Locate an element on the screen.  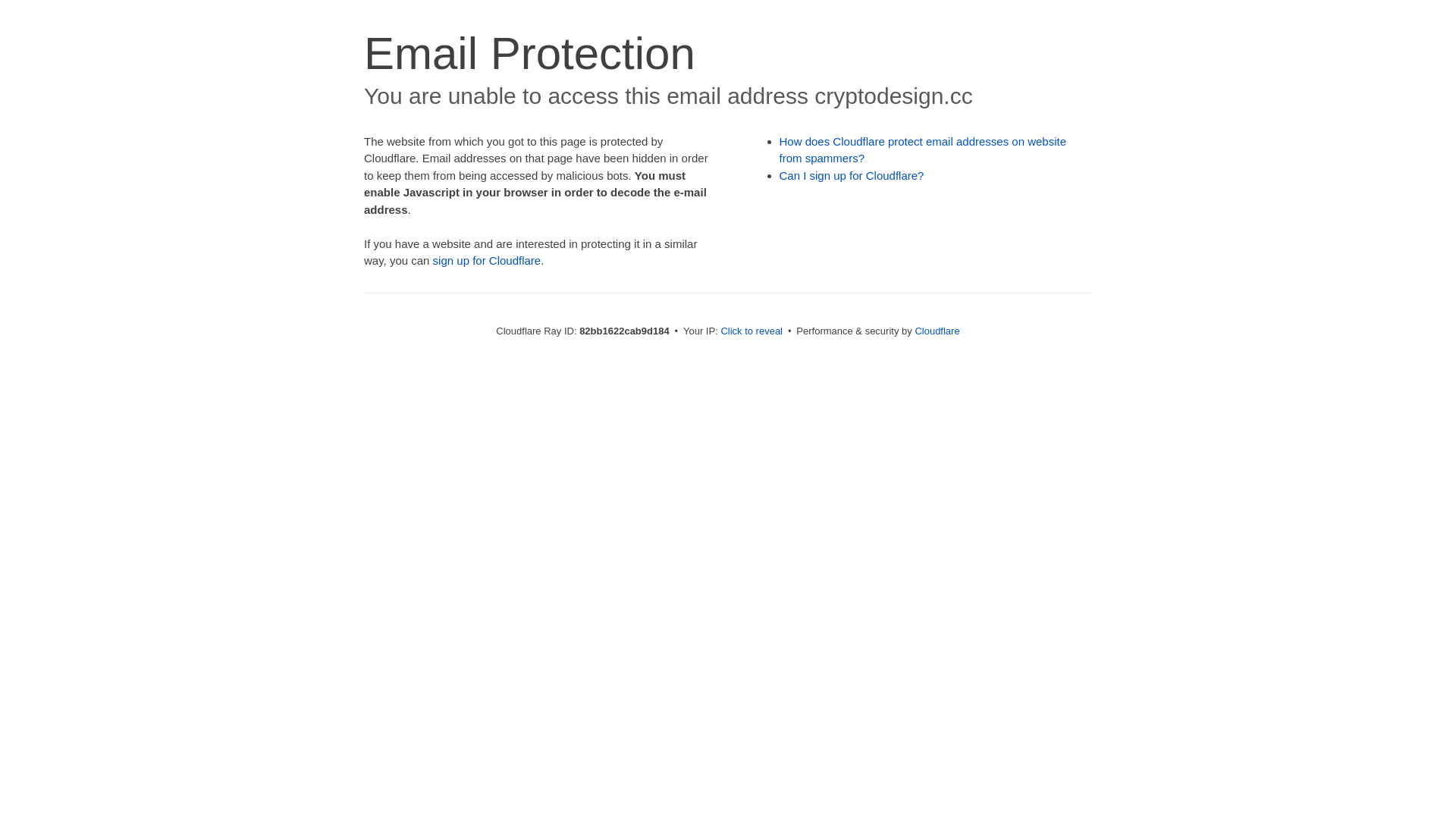
'Cloudflare' is located at coordinates (936, 330).